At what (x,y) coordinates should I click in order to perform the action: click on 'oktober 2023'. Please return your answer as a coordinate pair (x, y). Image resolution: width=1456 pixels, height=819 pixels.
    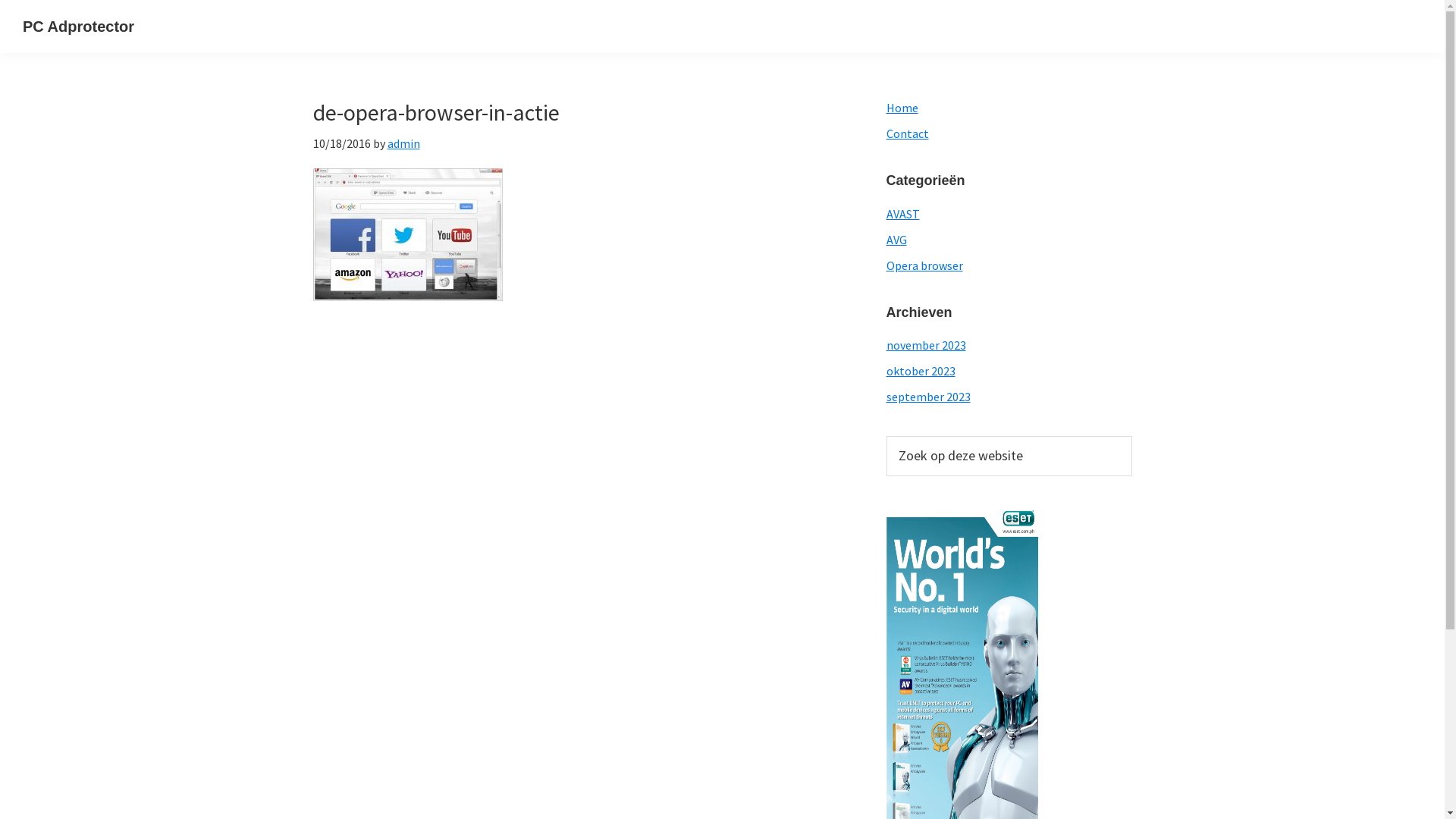
    Looking at the image, I should click on (919, 371).